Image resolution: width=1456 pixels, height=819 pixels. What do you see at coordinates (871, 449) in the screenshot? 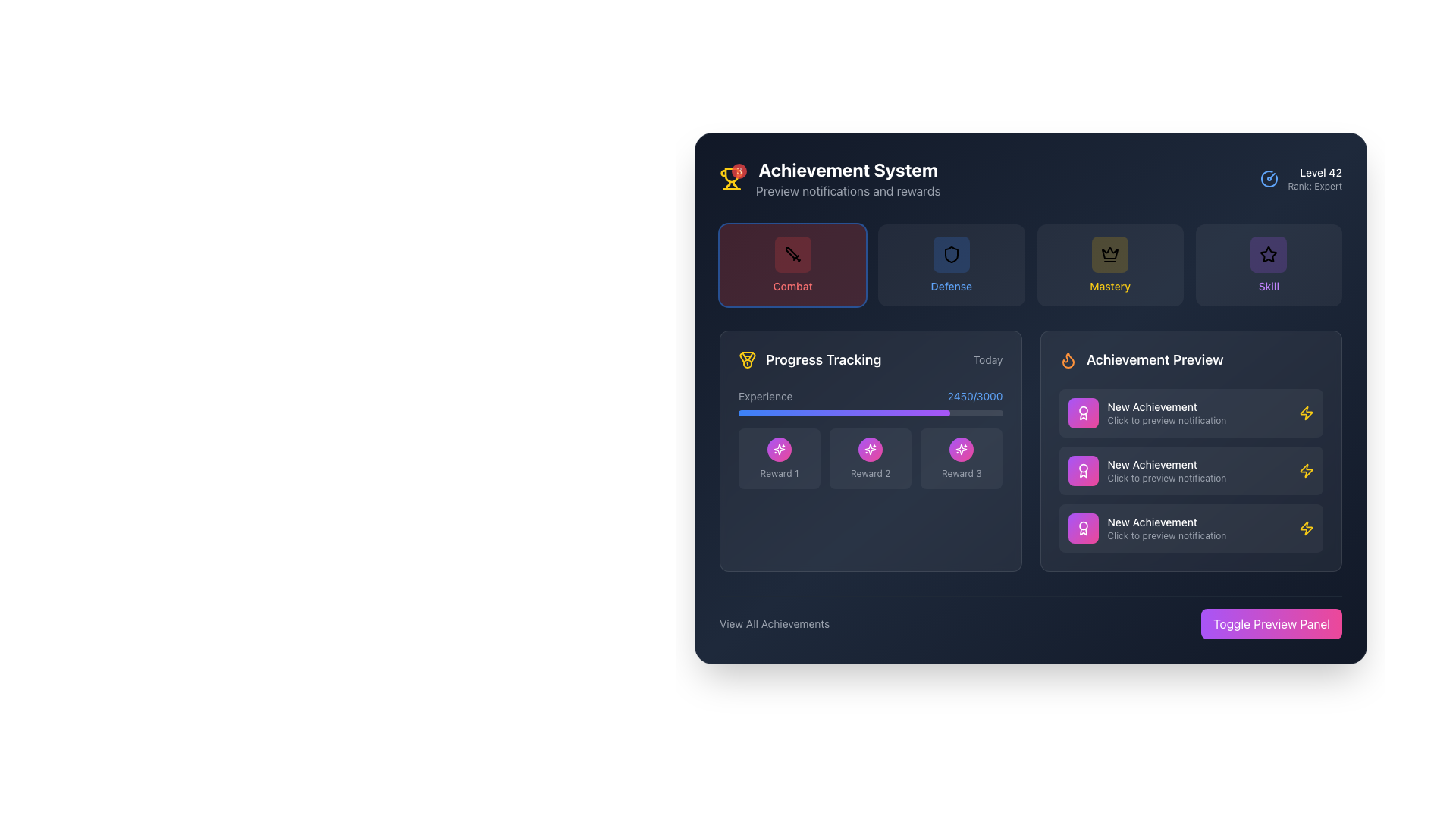
I see `the 'Reward 2' button located in the middle of the 'Progress Tracking' section below the experience bar` at bounding box center [871, 449].